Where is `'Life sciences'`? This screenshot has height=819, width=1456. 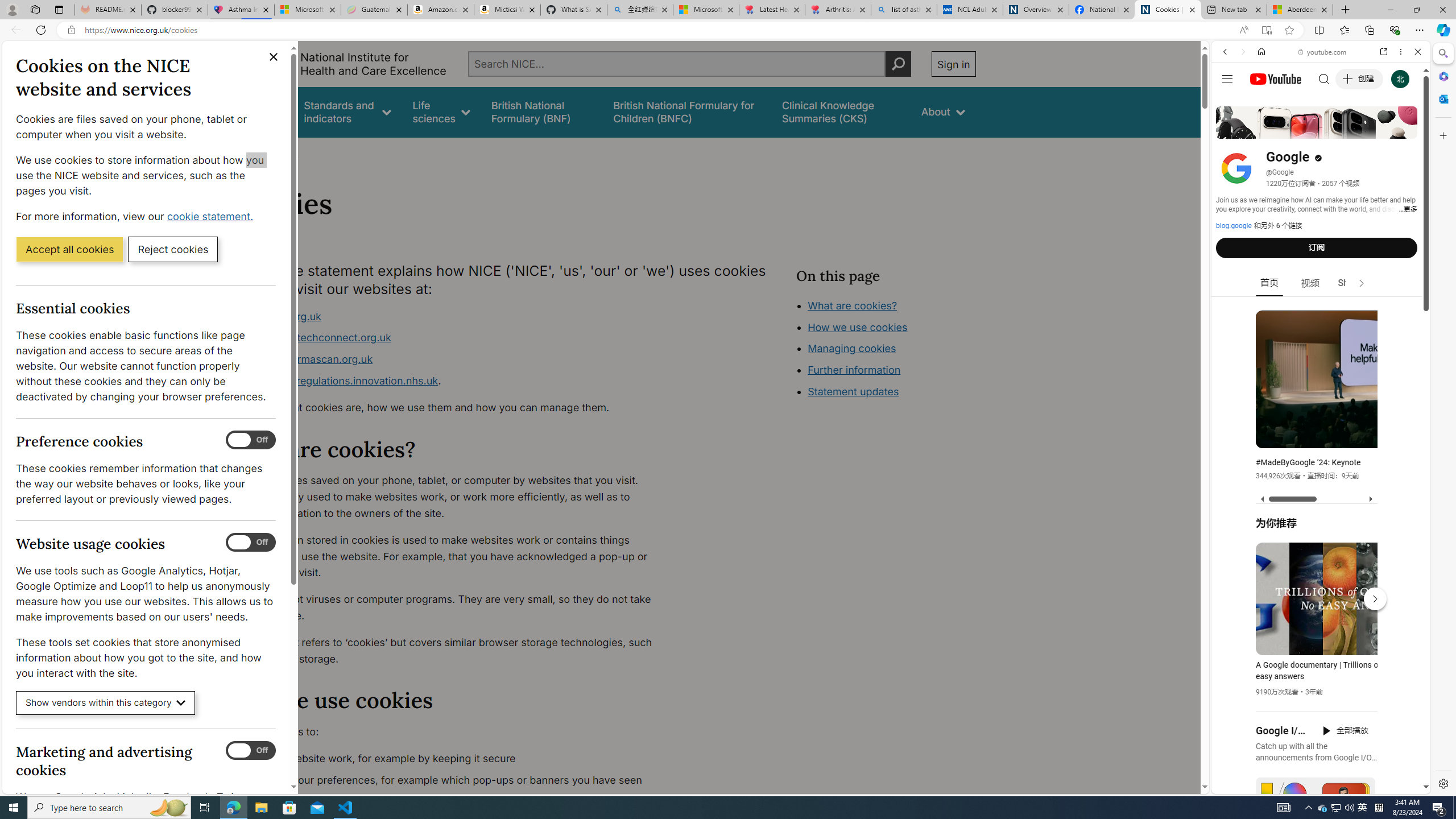
'Life sciences' is located at coordinates (440, 111).